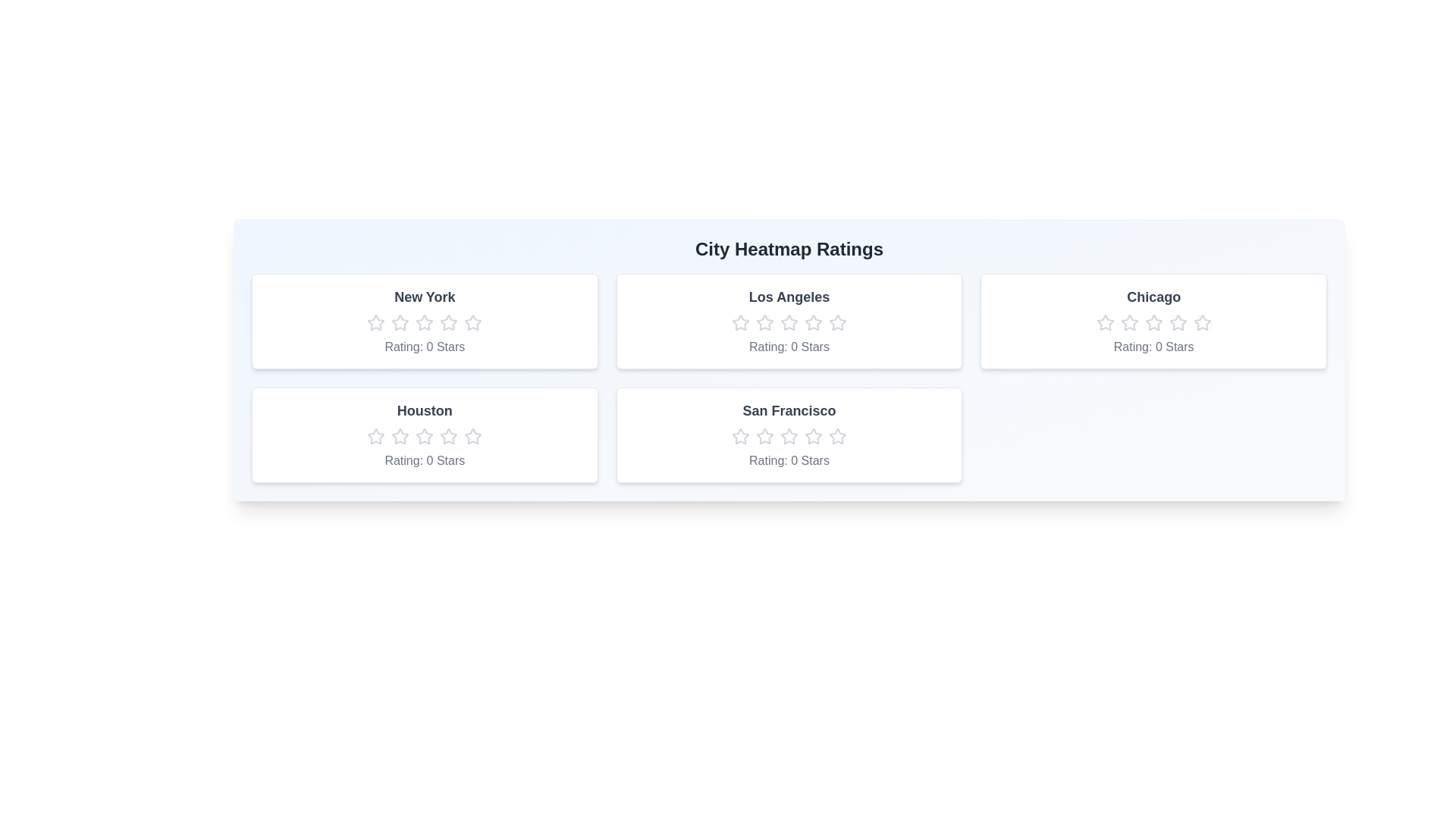 This screenshot has height=819, width=1456. What do you see at coordinates (836, 436) in the screenshot?
I see `the San Francisco rating star number 5` at bounding box center [836, 436].